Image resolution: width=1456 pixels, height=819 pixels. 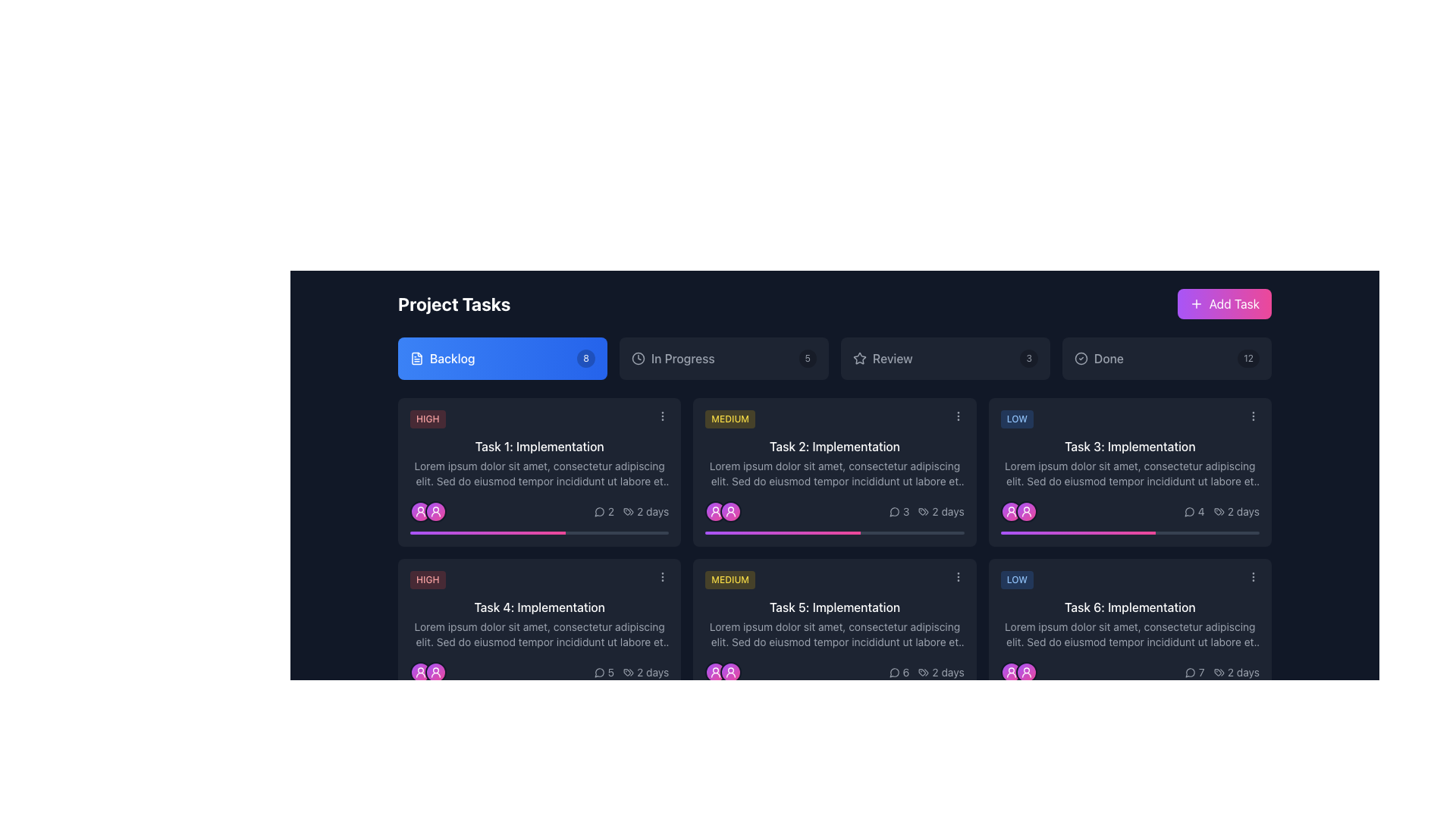 What do you see at coordinates (632, 512) in the screenshot?
I see `the text label '2 days' with a tag icon located at the bottom-right corner of the card titled 'Task 2: Implementation'` at bounding box center [632, 512].